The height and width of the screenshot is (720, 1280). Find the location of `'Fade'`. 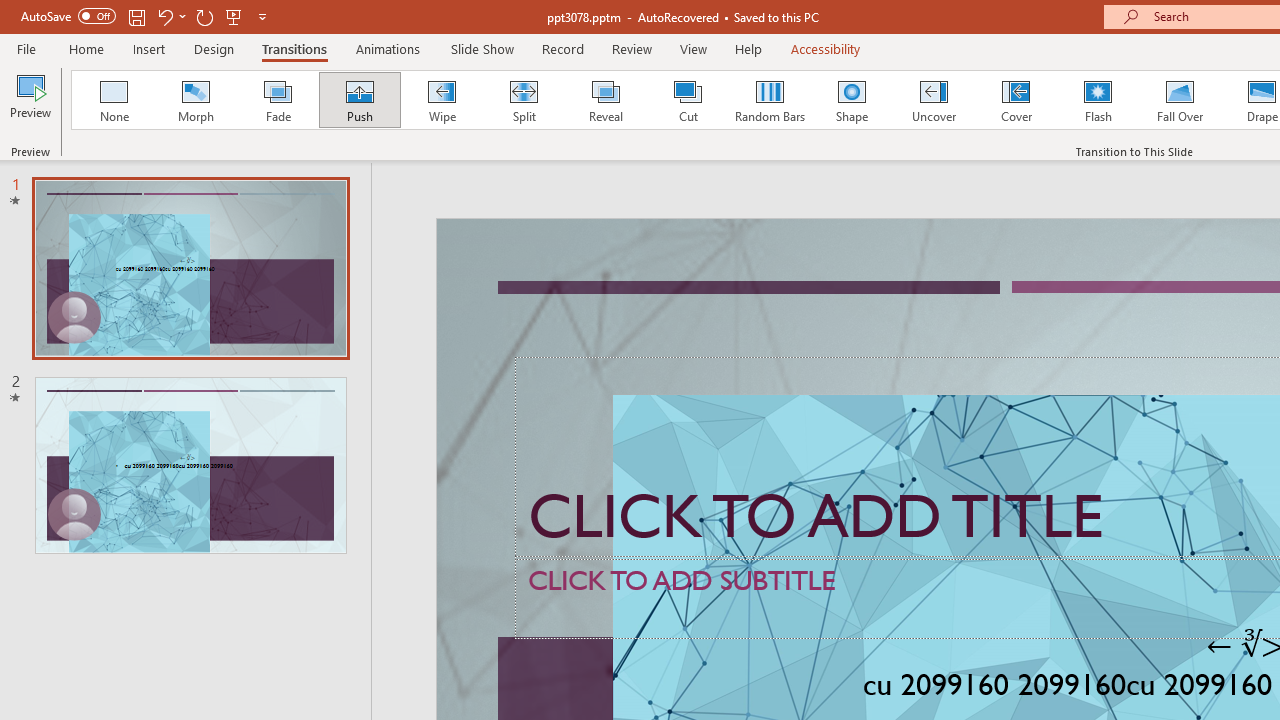

'Fade' is located at coordinates (276, 100).